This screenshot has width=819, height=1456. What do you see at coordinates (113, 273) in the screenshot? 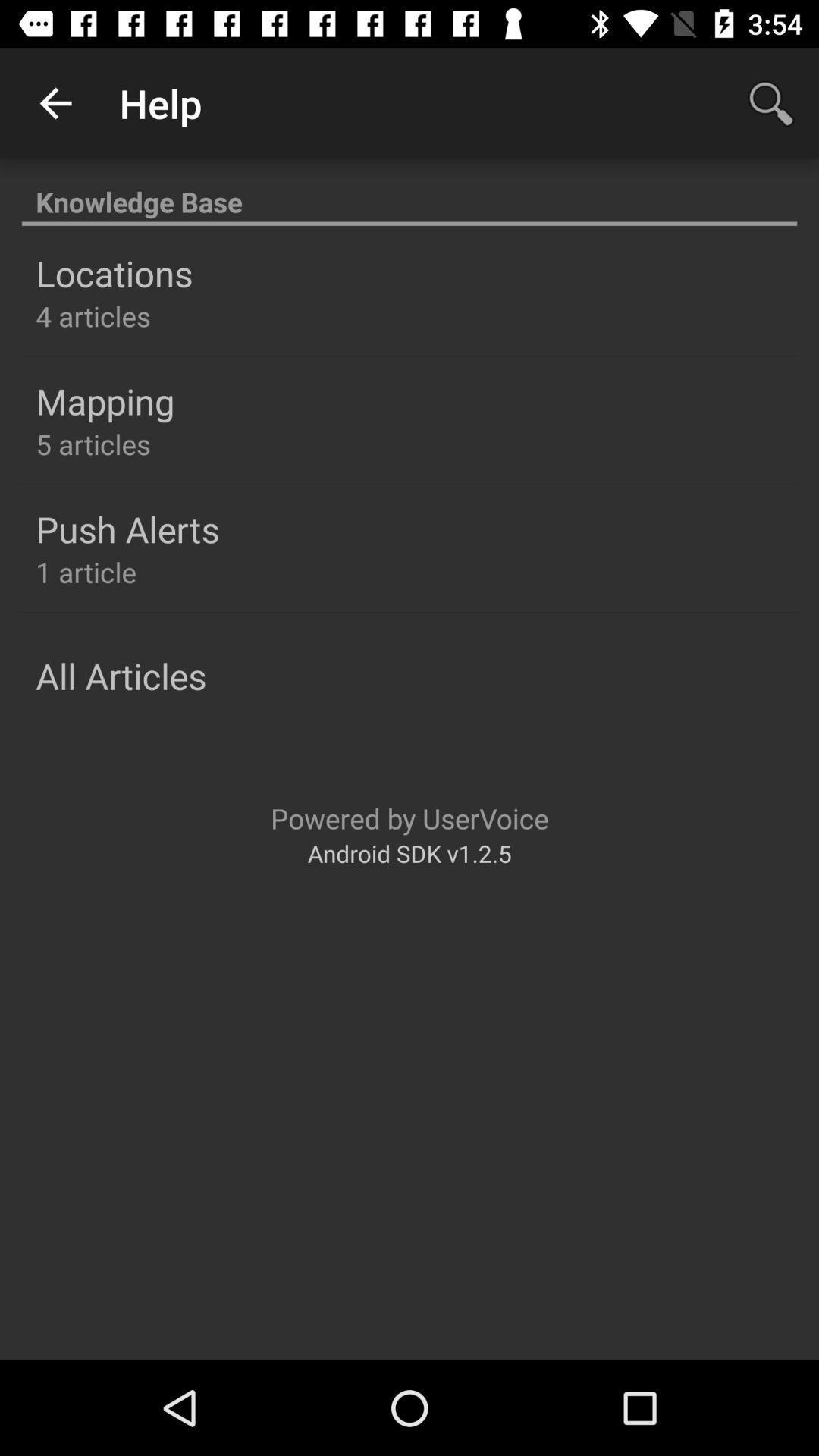
I see `locations icon` at bounding box center [113, 273].